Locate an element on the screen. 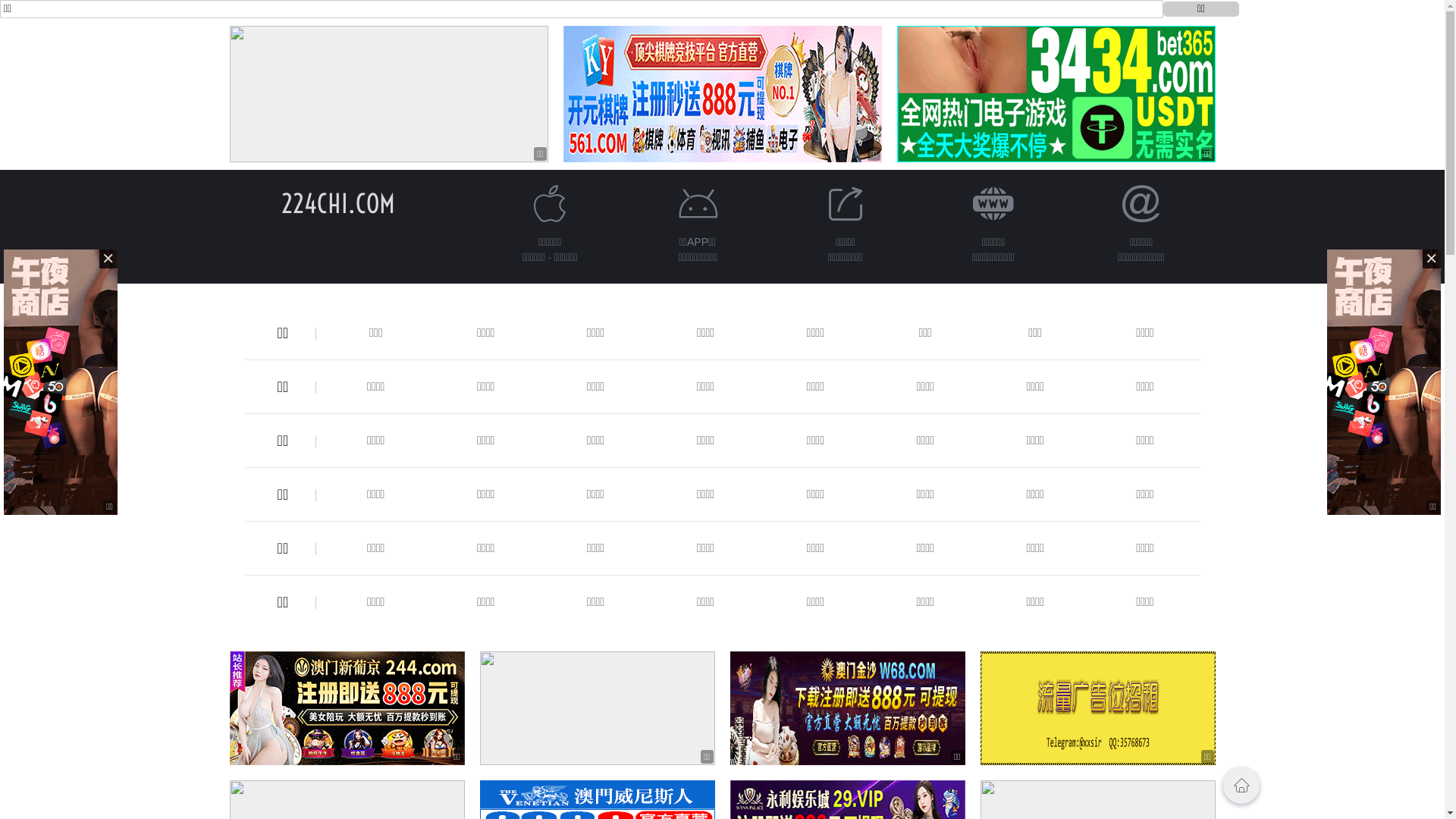 The width and height of the screenshot is (1456, 819). '224CHI.COM' is located at coordinates (337, 202).